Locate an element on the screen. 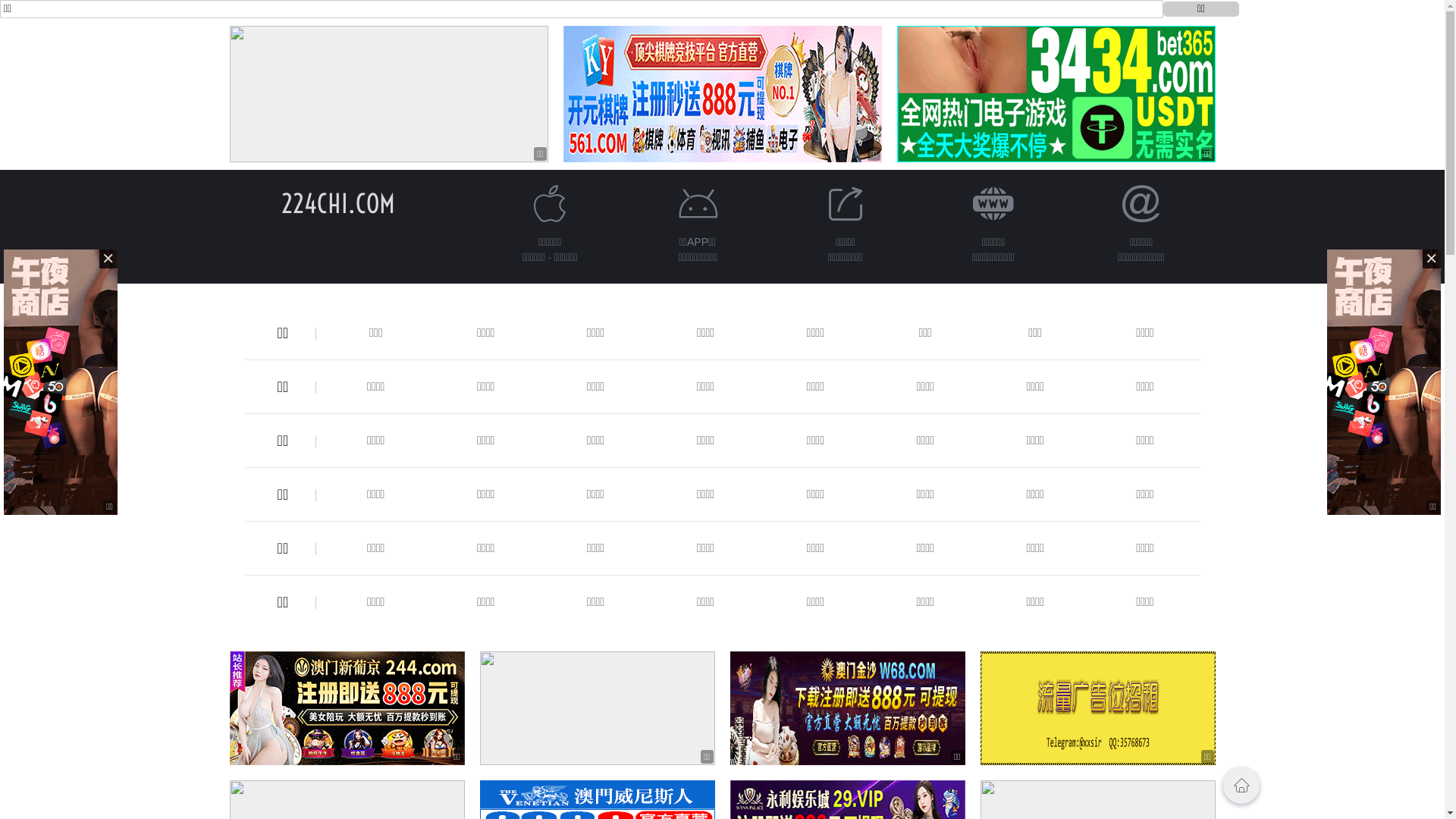 The width and height of the screenshot is (1456, 819). '224CHI.COM' is located at coordinates (337, 202).